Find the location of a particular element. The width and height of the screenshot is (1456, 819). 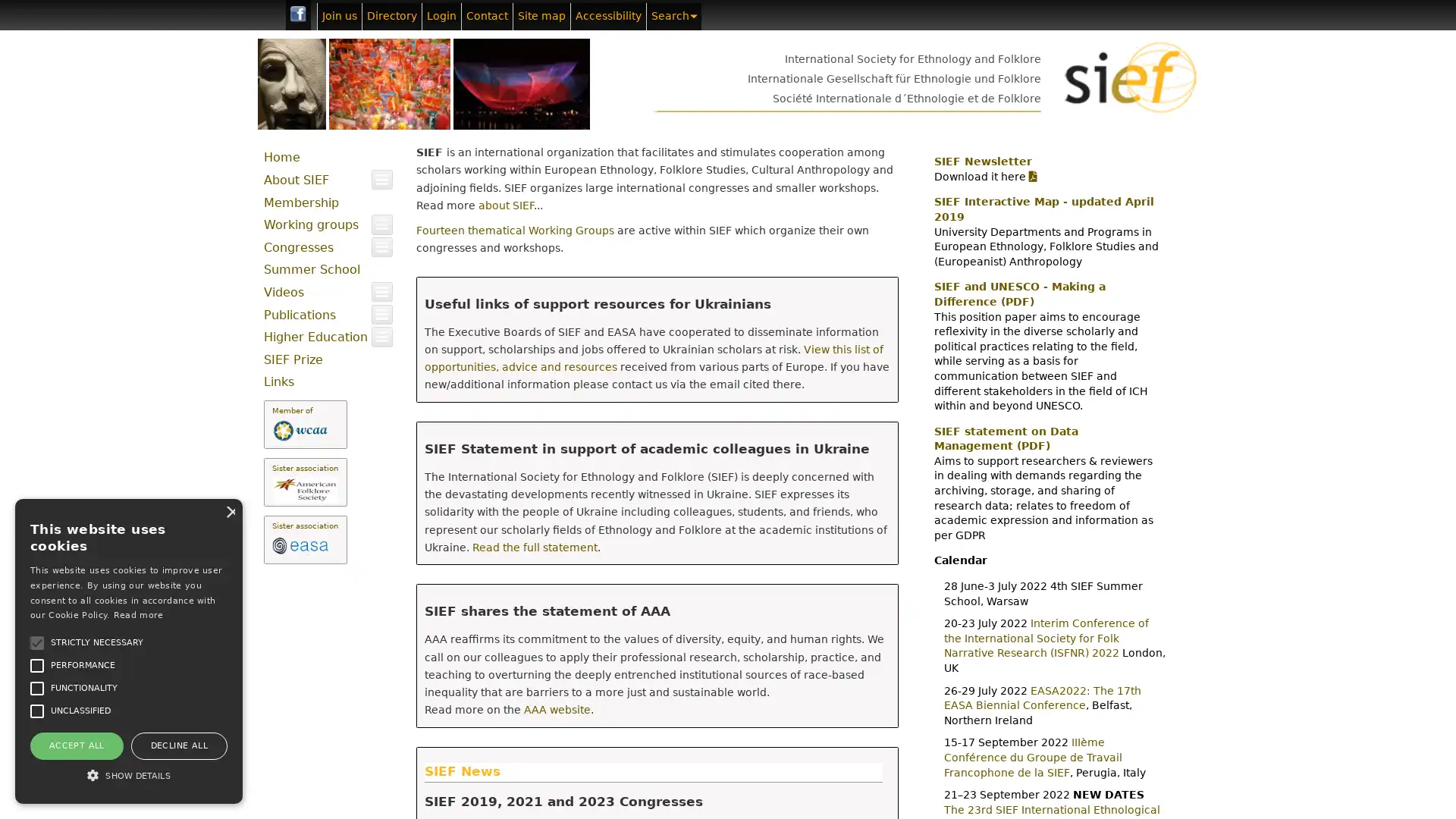

DECLINE ALL is located at coordinates (178, 745).